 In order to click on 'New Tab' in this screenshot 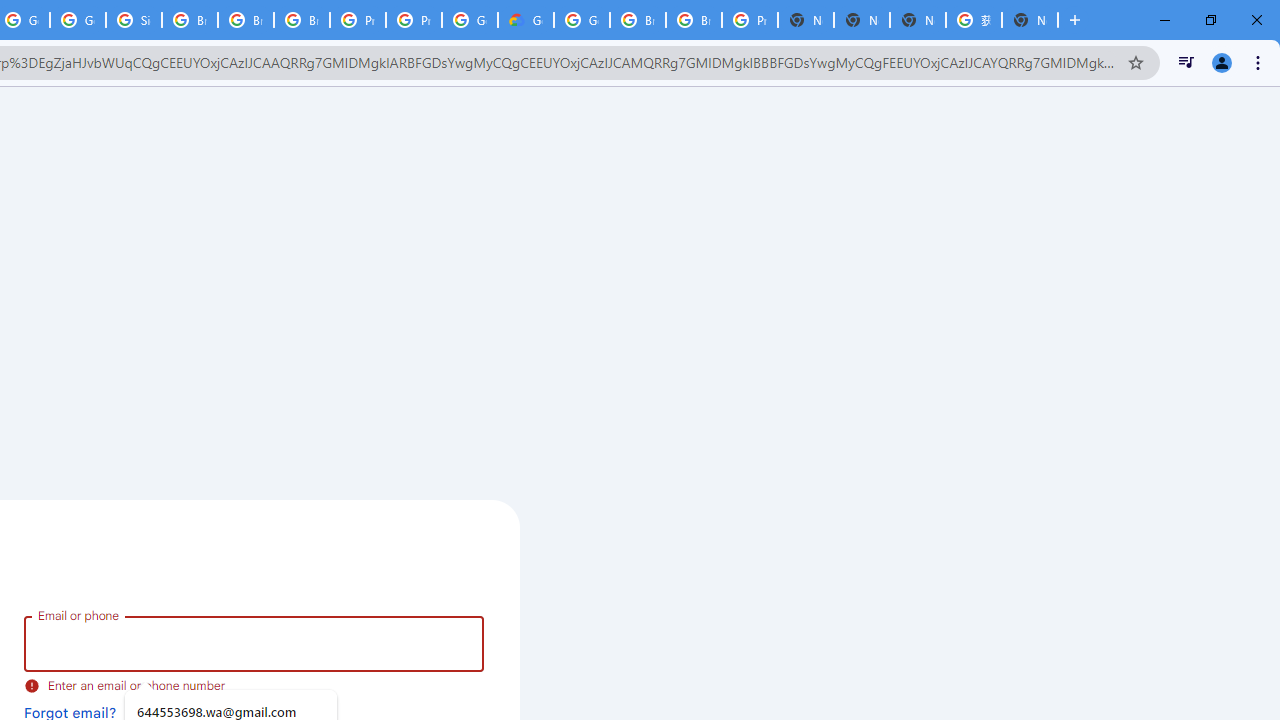, I will do `click(1030, 20)`.